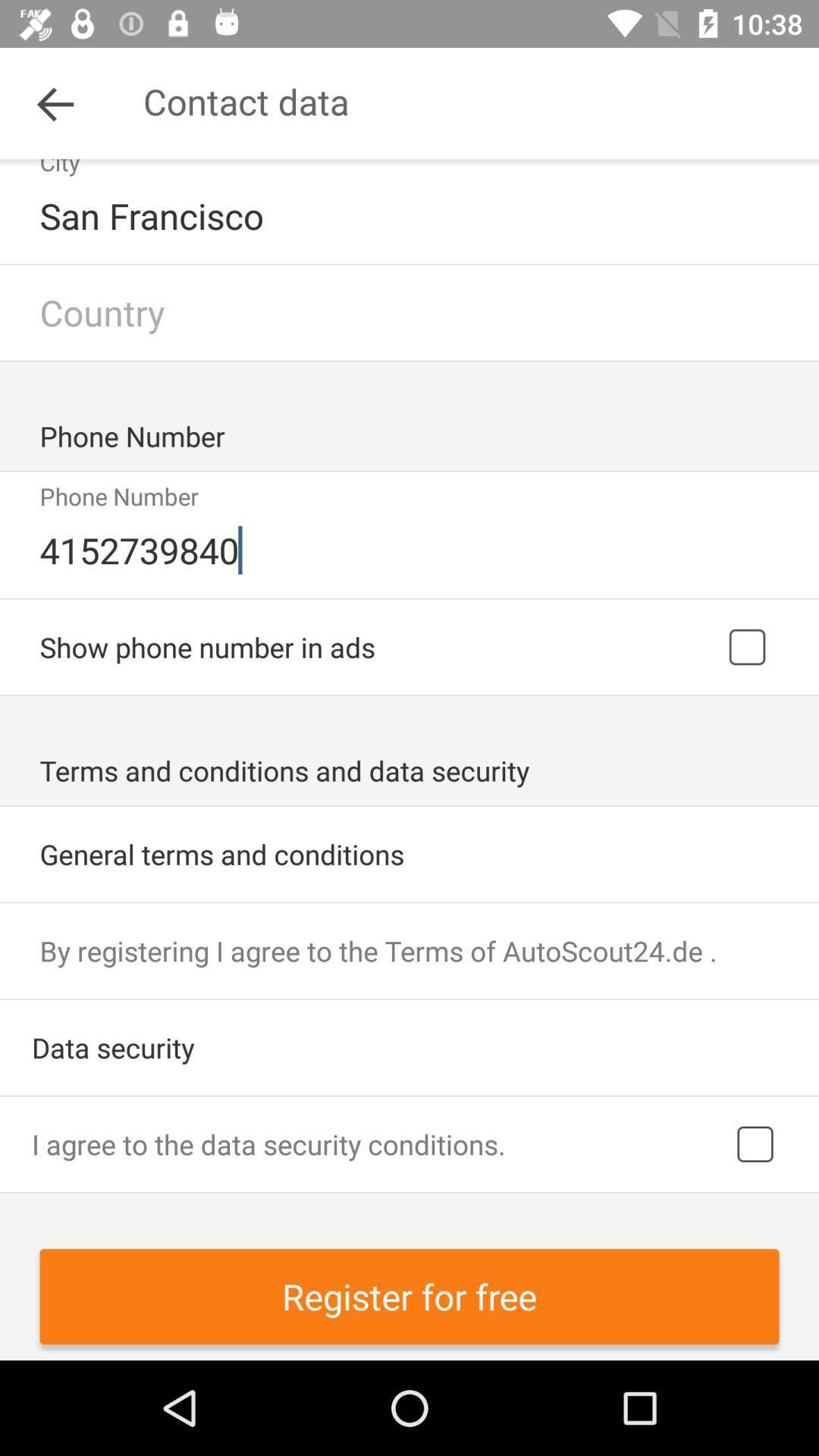 The width and height of the screenshot is (819, 1456). Describe the element at coordinates (411, 215) in the screenshot. I see `the san francisco icon` at that location.